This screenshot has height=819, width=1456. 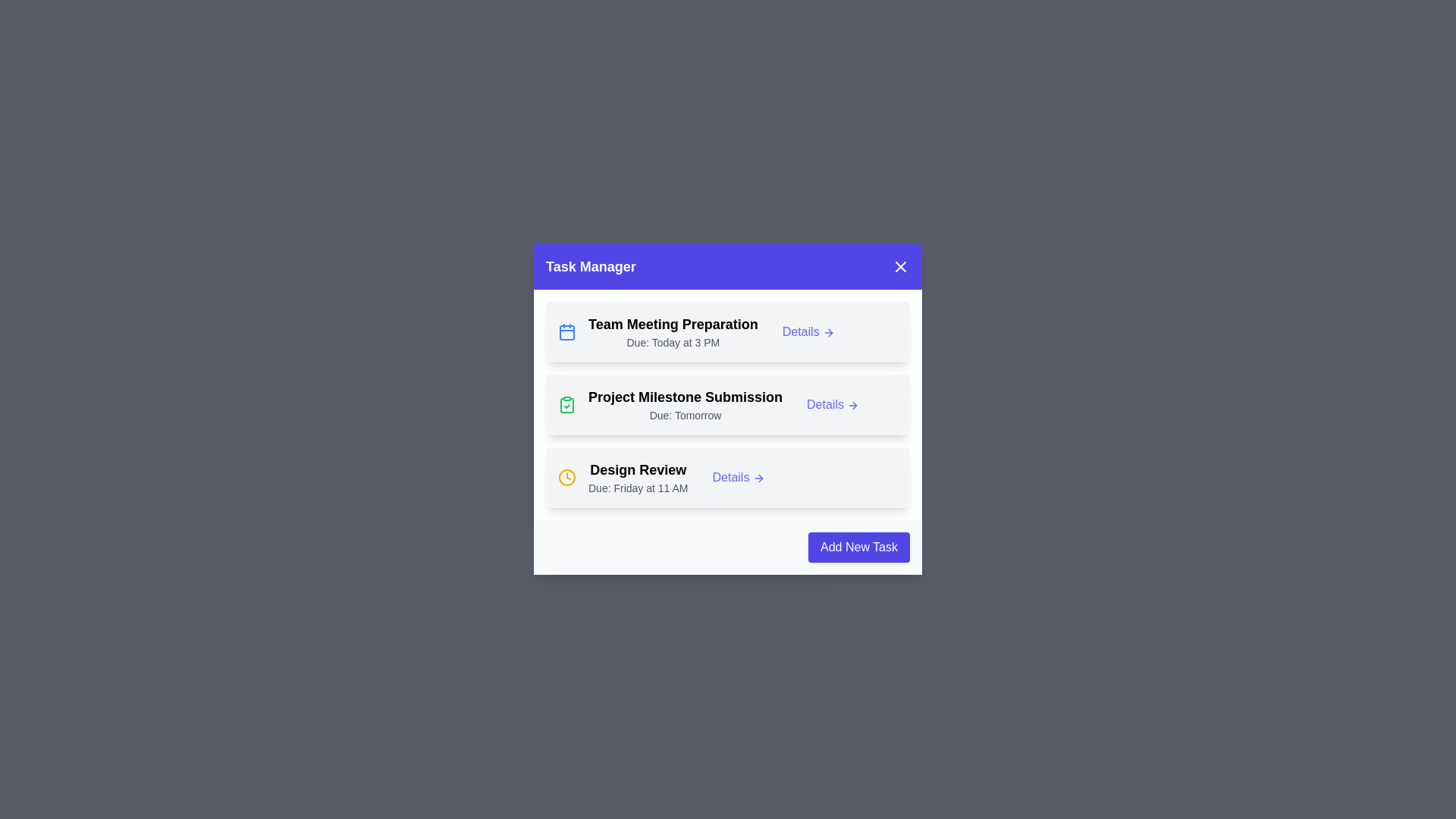 What do you see at coordinates (808, 331) in the screenshot?
I see `the 'Details' button, which is the last element in the 'Team Meeting Preparation' row, featuring indigo text and a rounded appearance` at bounding box center [808, 331].